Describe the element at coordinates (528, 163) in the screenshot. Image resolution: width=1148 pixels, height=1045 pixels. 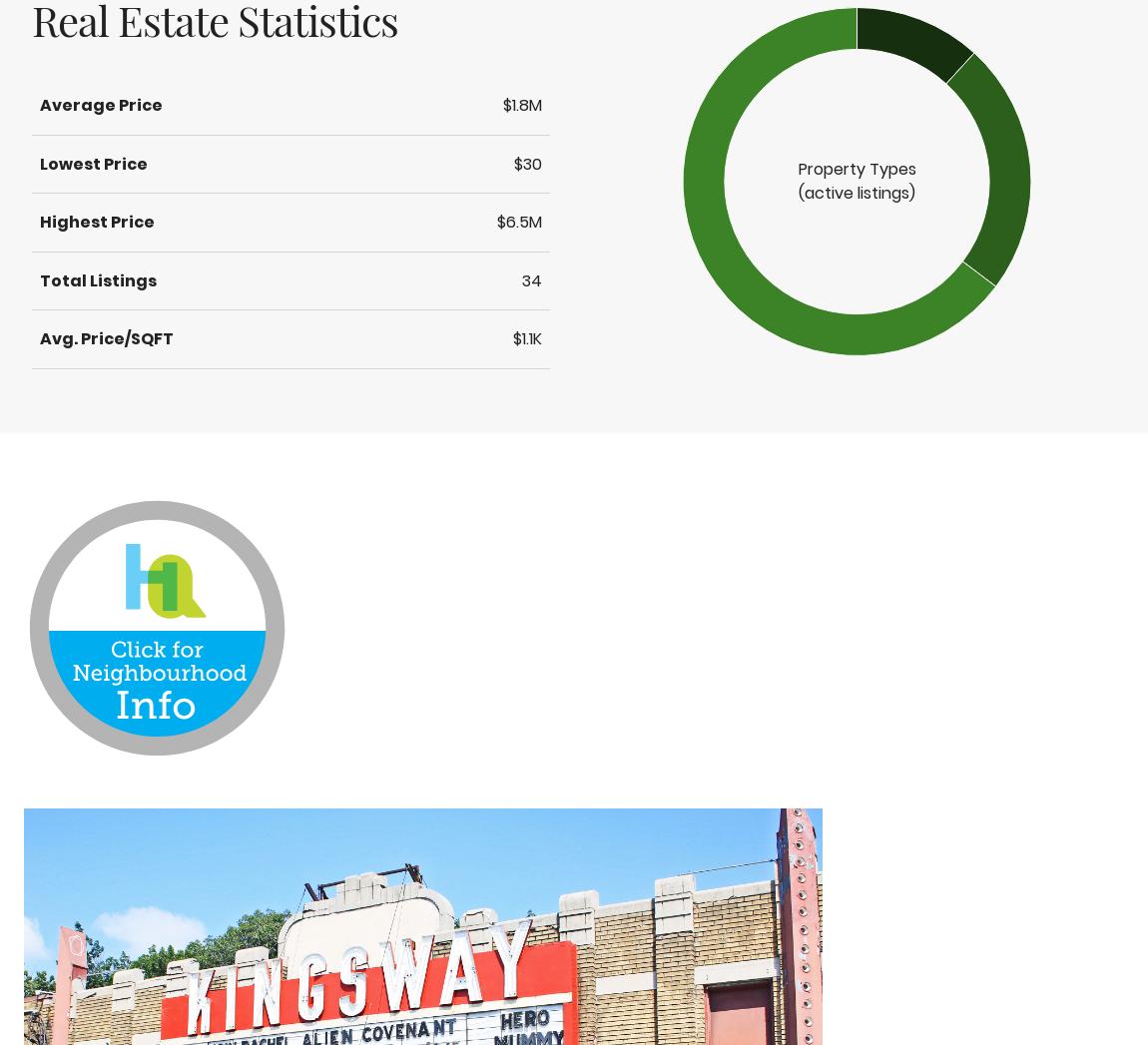
I see `'$30'` at that location.